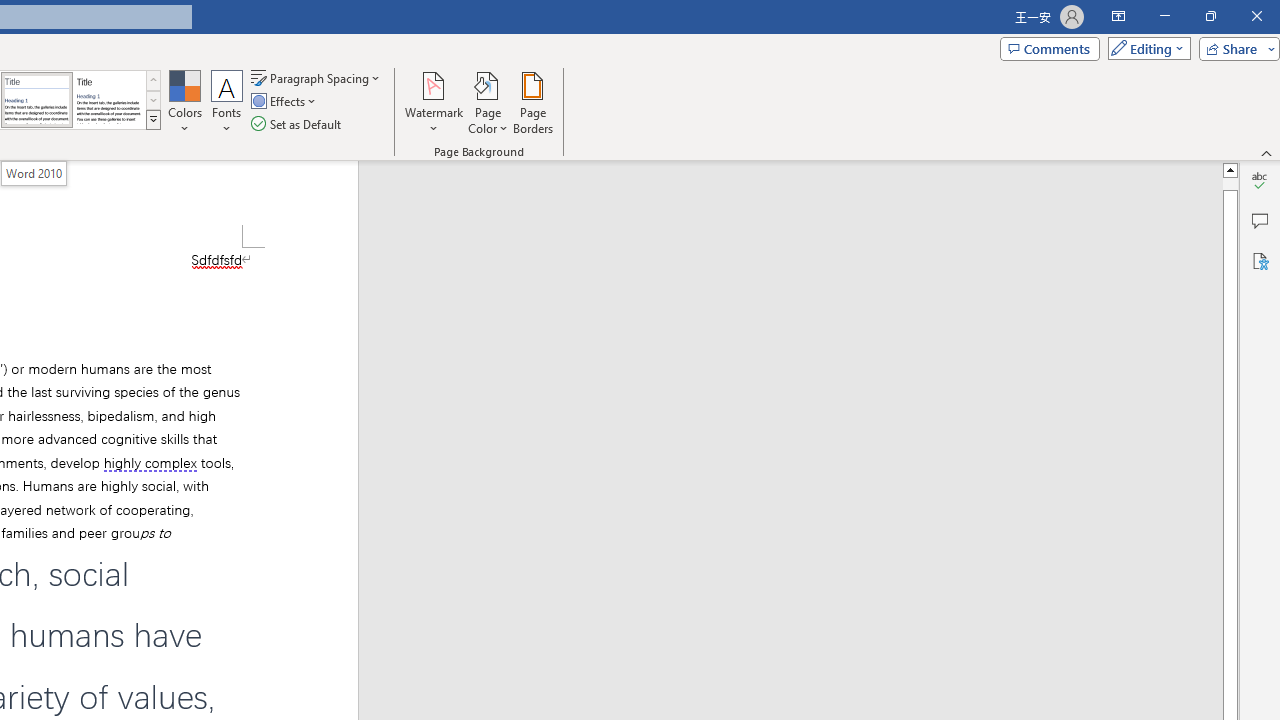 The height and width of the screenshot is (720, 1280). I want to click on 'Paragraph Spacing', so click(316, 77).